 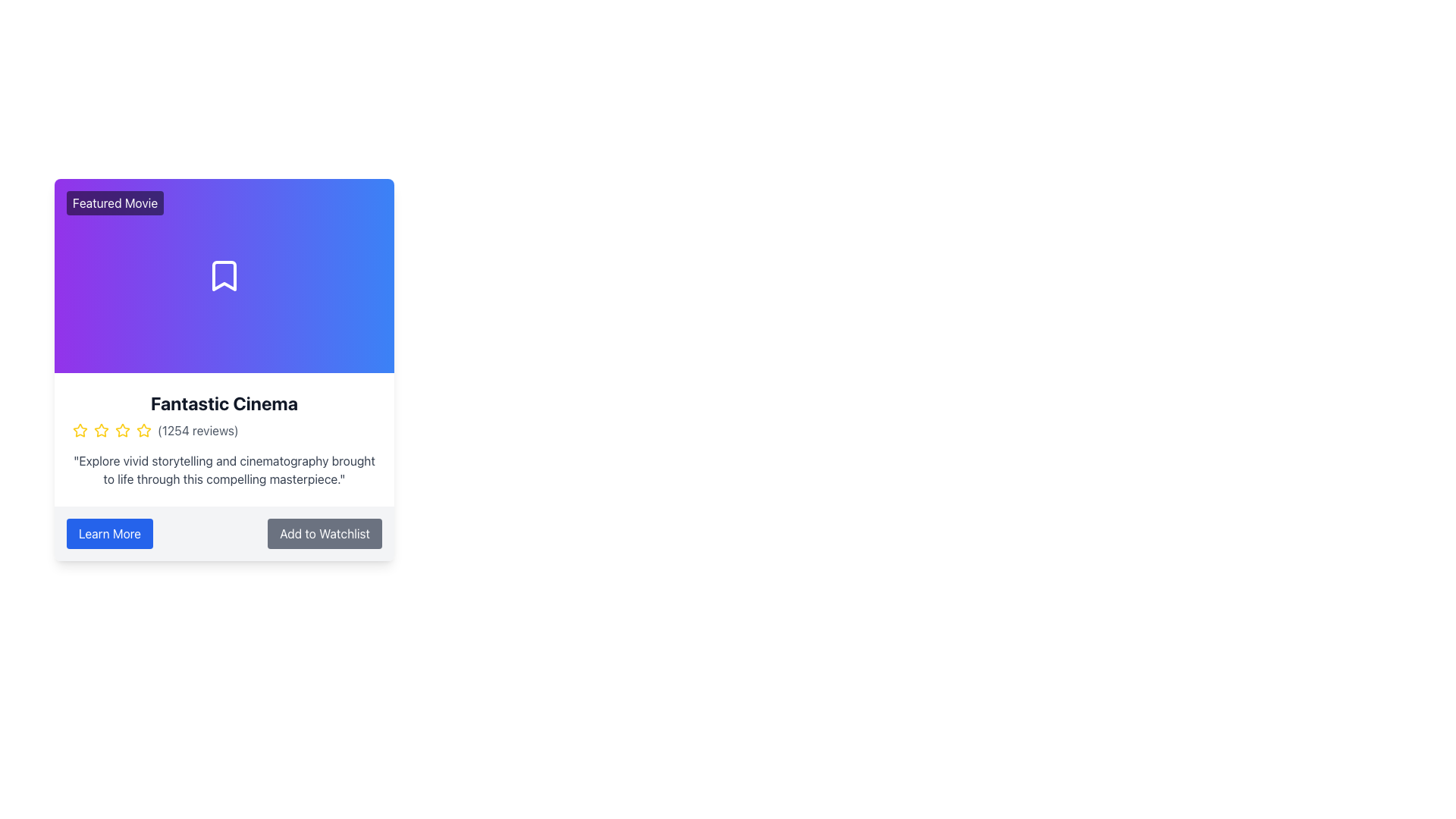 What do you see at coordinates (79, 430) in the screenshot?
I see `the stylized yellow outlined star icon, which is the first in a set of five stars located to the left of '(1254 reviews)' in the content card below 'Fantastic Cinema'` at bounding box center [79, 430].